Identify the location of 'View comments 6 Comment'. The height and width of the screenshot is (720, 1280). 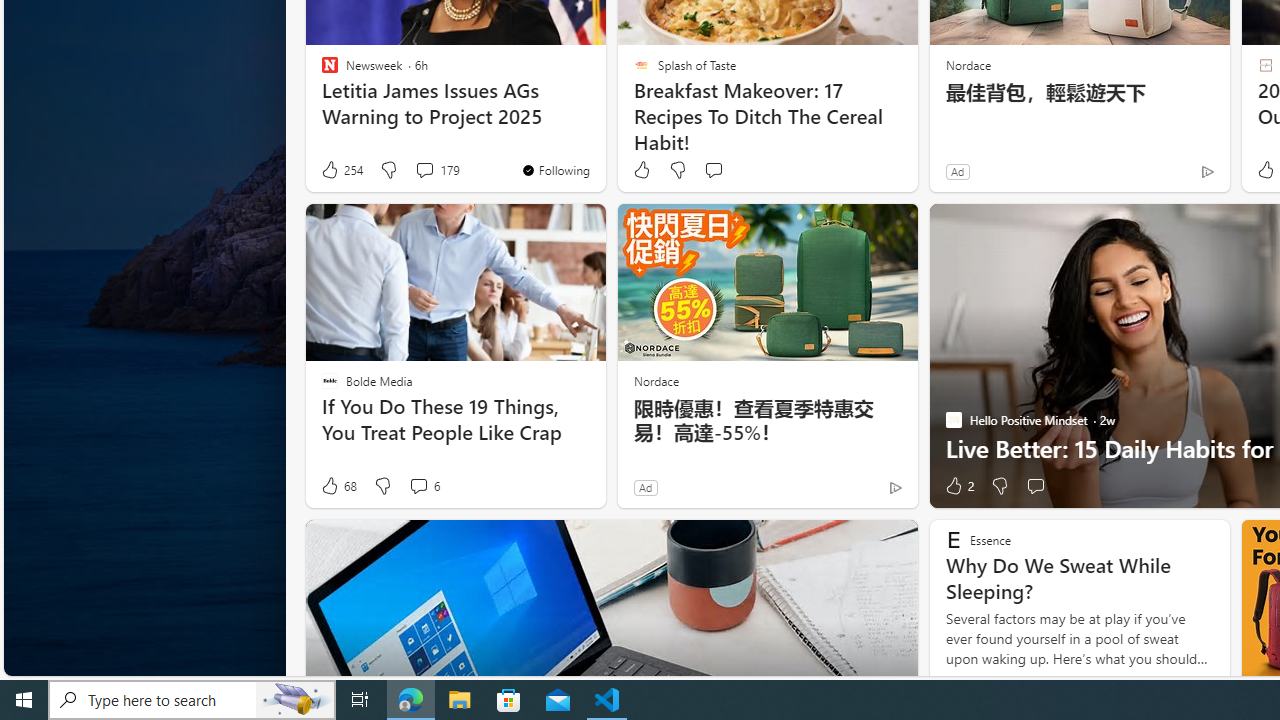
(422, 486).